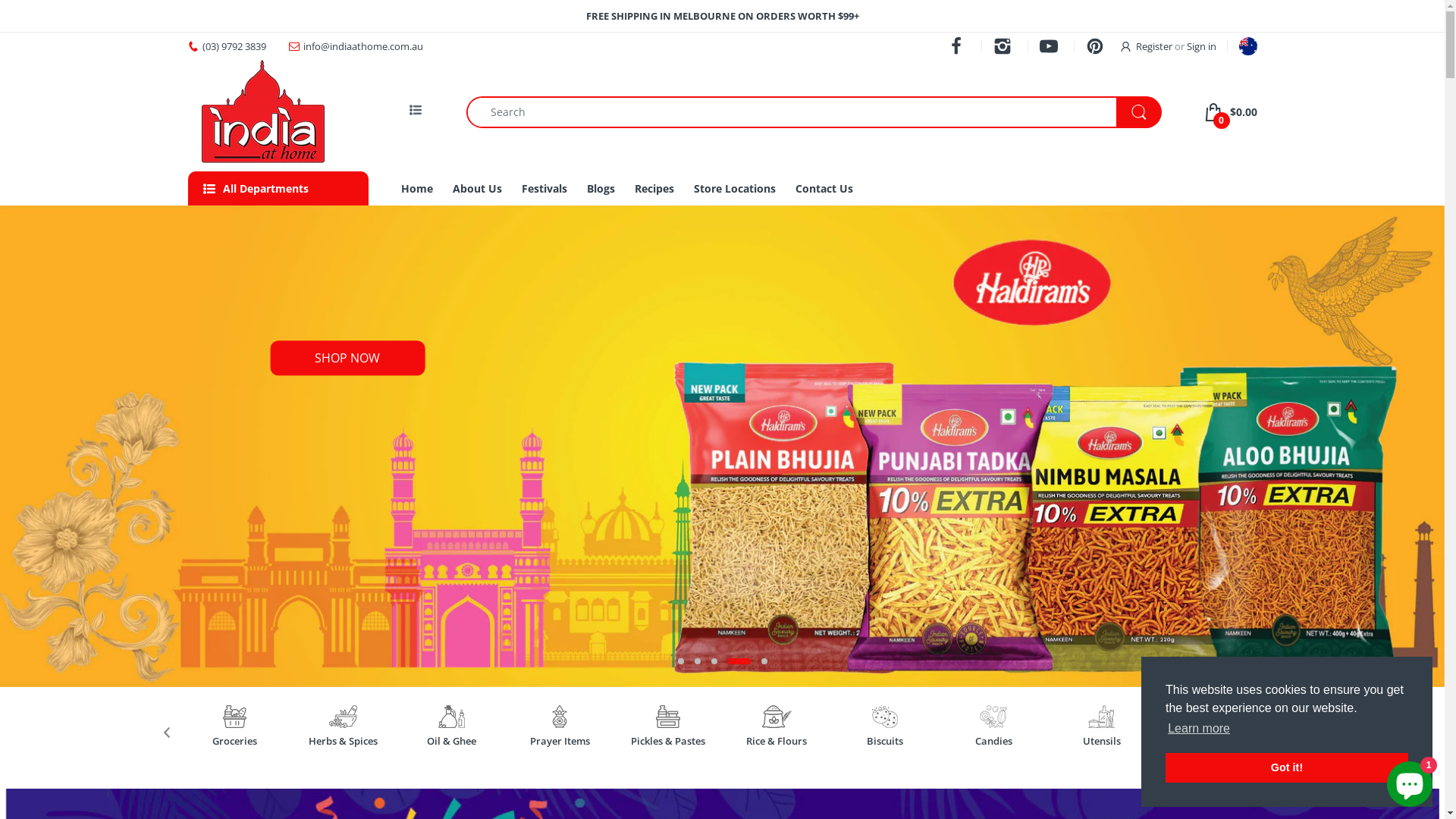 The image size is (1456, 819). What do you see at coordinates (303, 45) in the screenshot?
I see `'info@indiaathome.com.au'` at bounding box center [303, 45].